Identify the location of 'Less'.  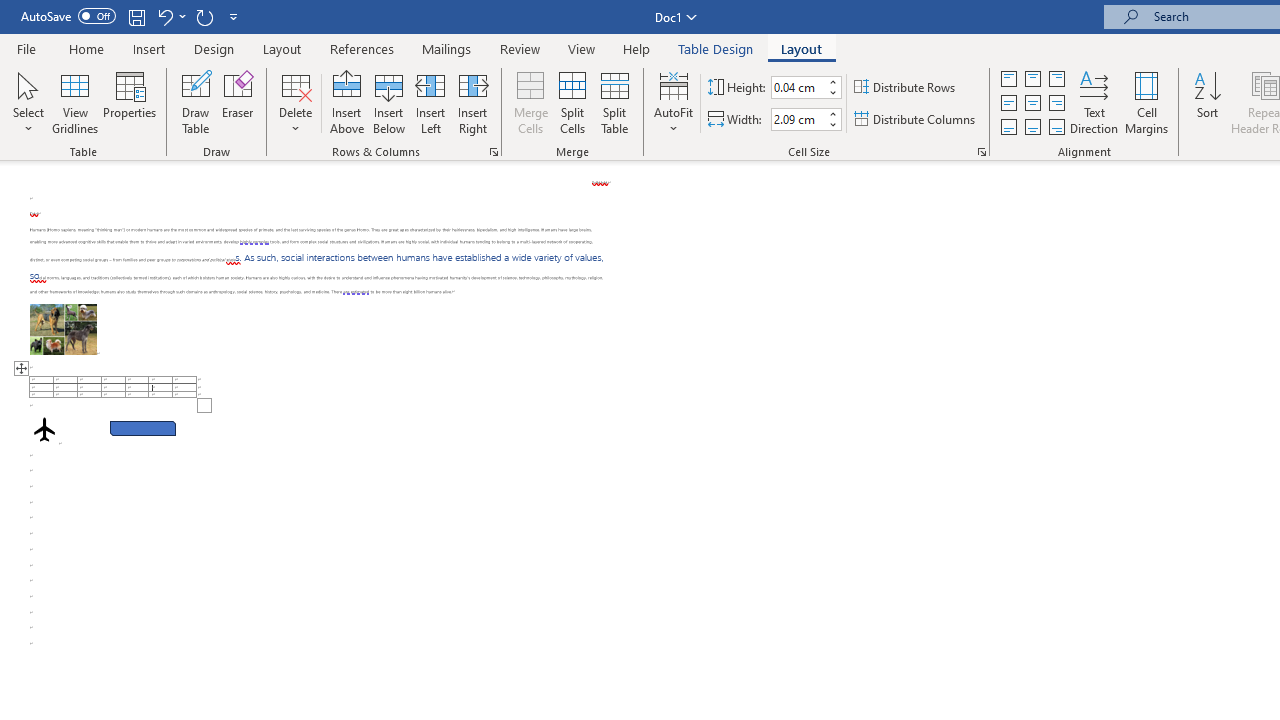
(832, 124).